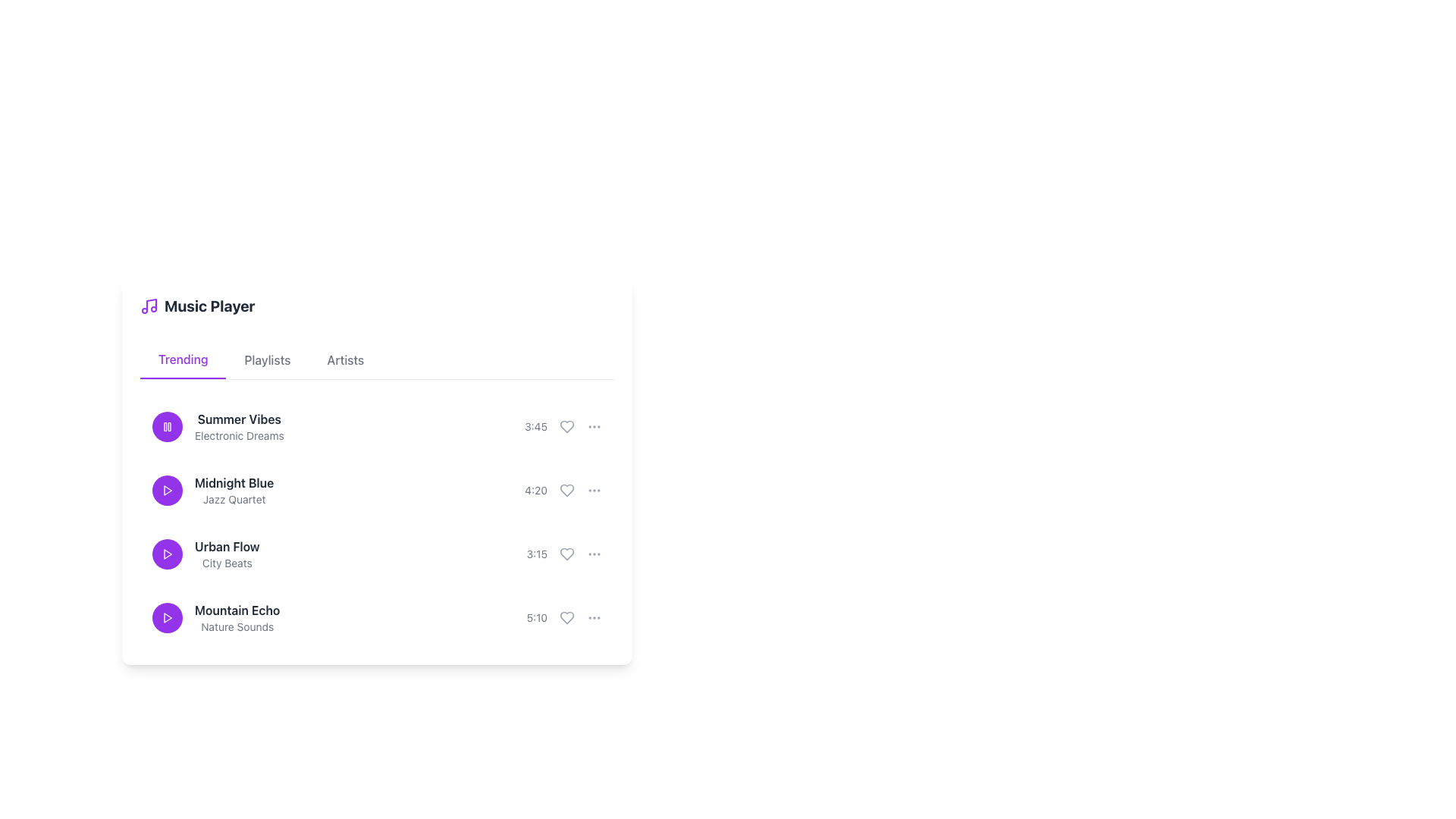 This screenshot has width=1456, height=819. Describe the element at coordinates (593, 554) in the screenshot. I see `the Menu trigger button (ellipsis) located to the right of the 'Urban Flow' music track entry` at that location.